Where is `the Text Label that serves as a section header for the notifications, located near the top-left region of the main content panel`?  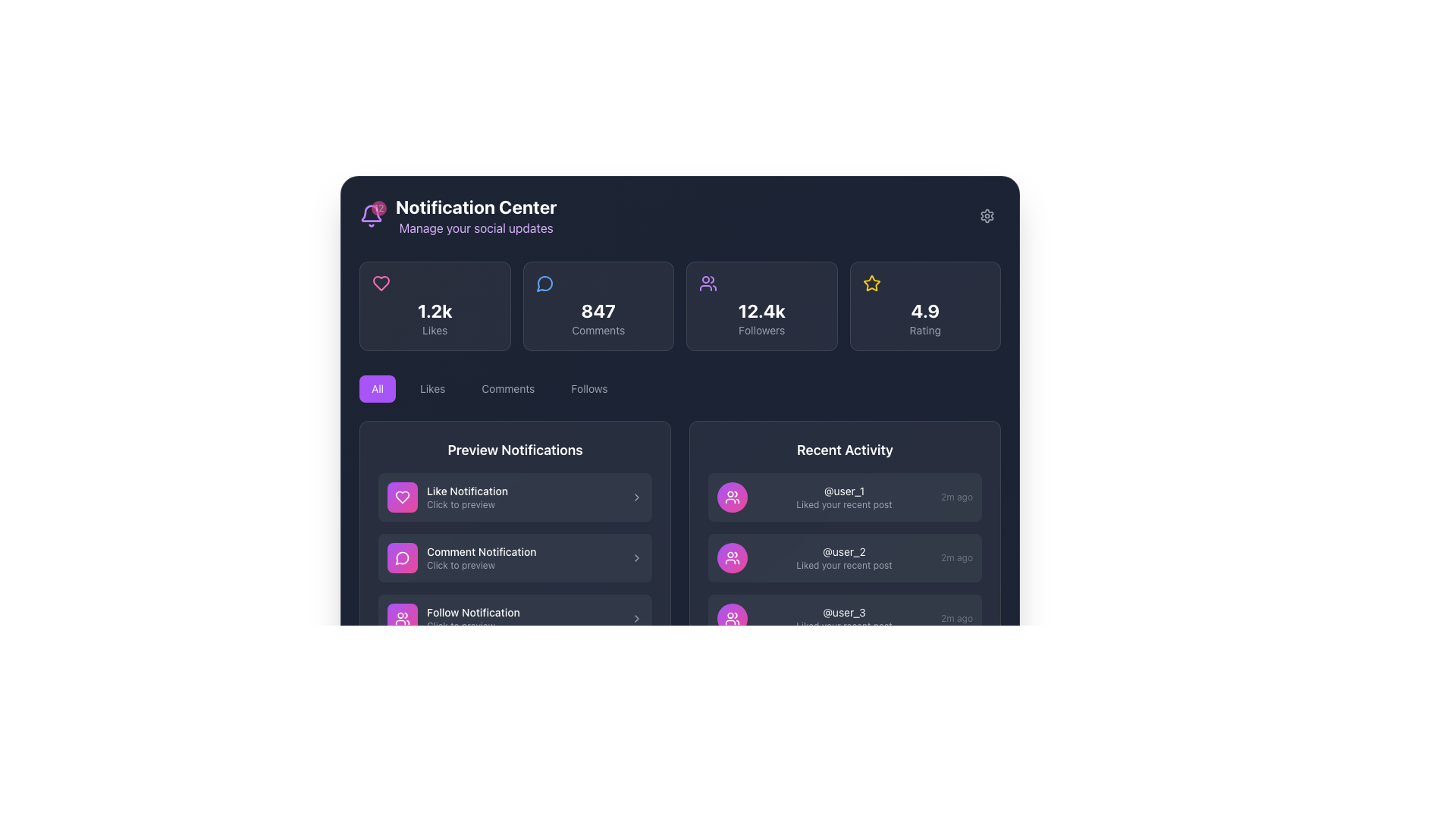 the Text Label that serves as a section header for the notifications, located near the top-left region of the main content panel is located at coordinates (515, 450).